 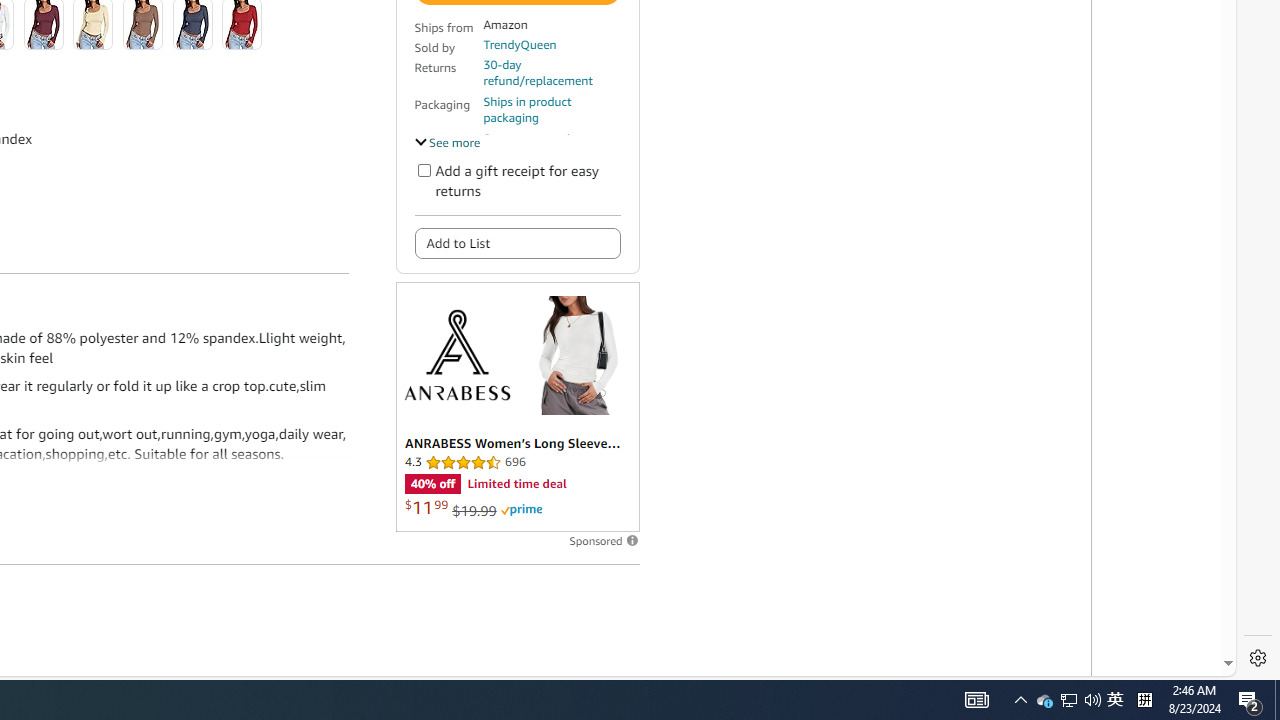 I want to click on 'Secure transaction', so click(x=533, y=137).